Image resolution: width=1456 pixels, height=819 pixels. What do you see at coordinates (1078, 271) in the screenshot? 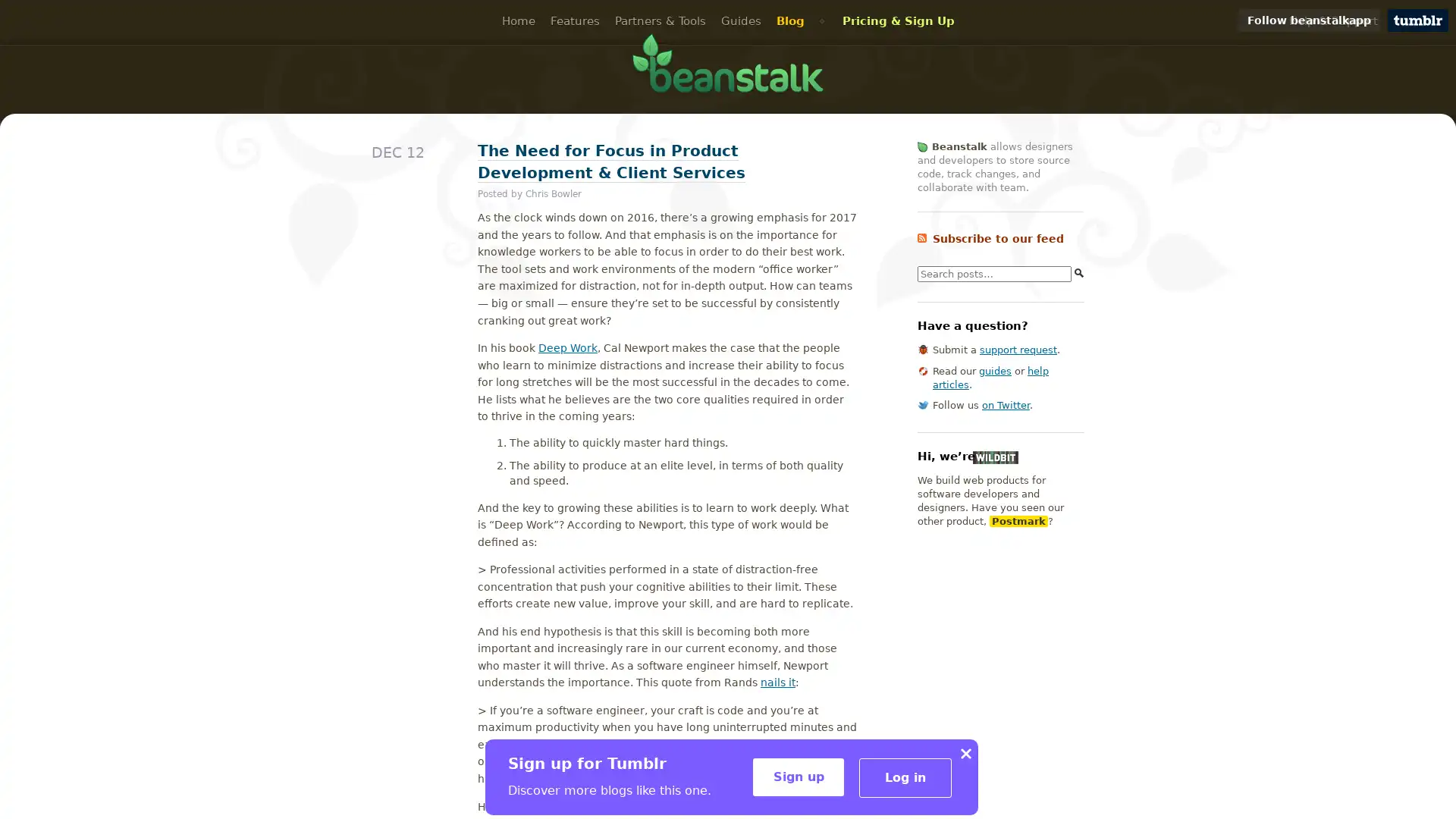
I see `Search` at bounding box center [1078, 271].